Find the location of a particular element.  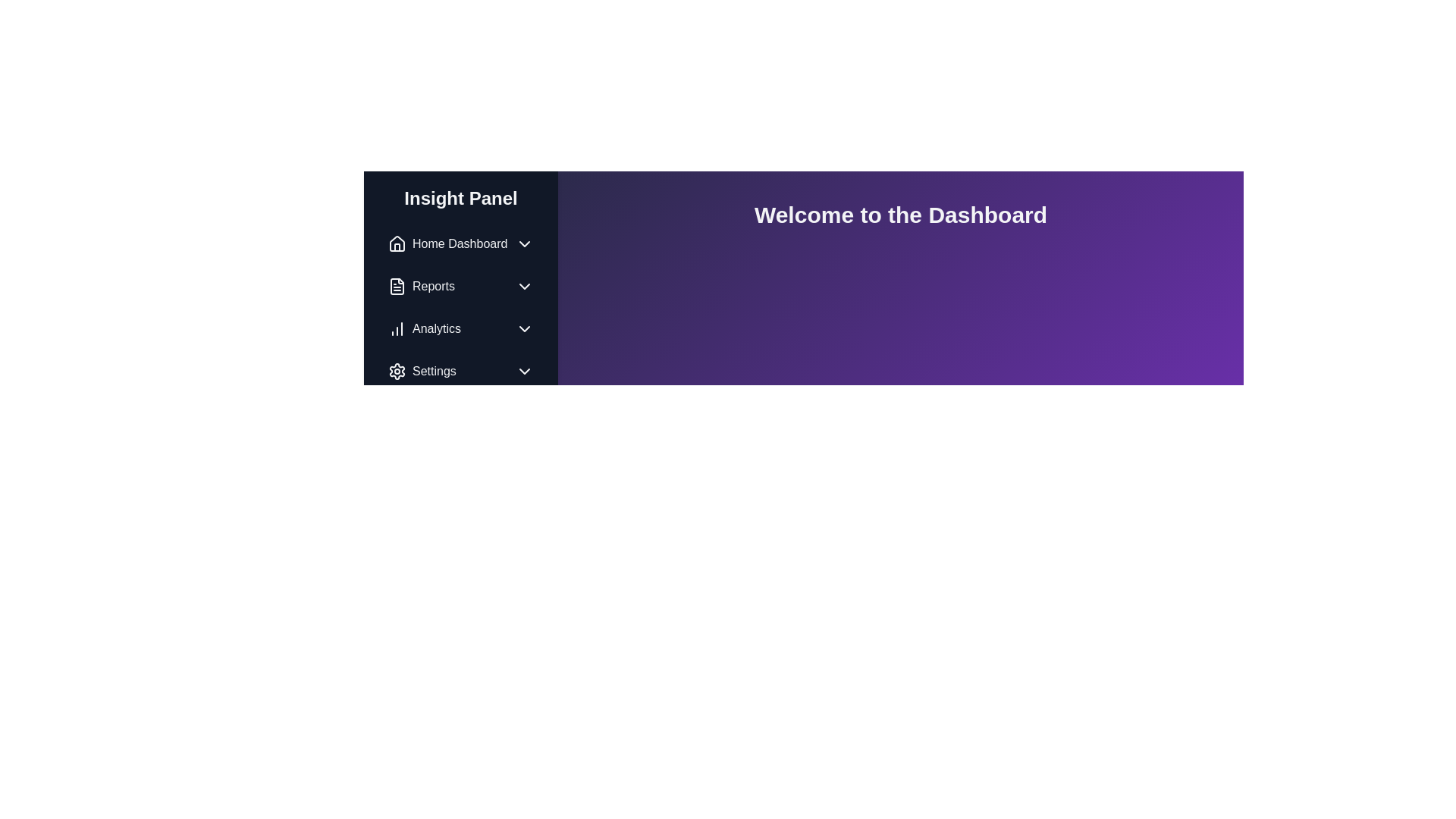

the chevron icon located to the right of the 'Settings' label in the Insight Panel navigation menu is located at coordinates (524, 371).